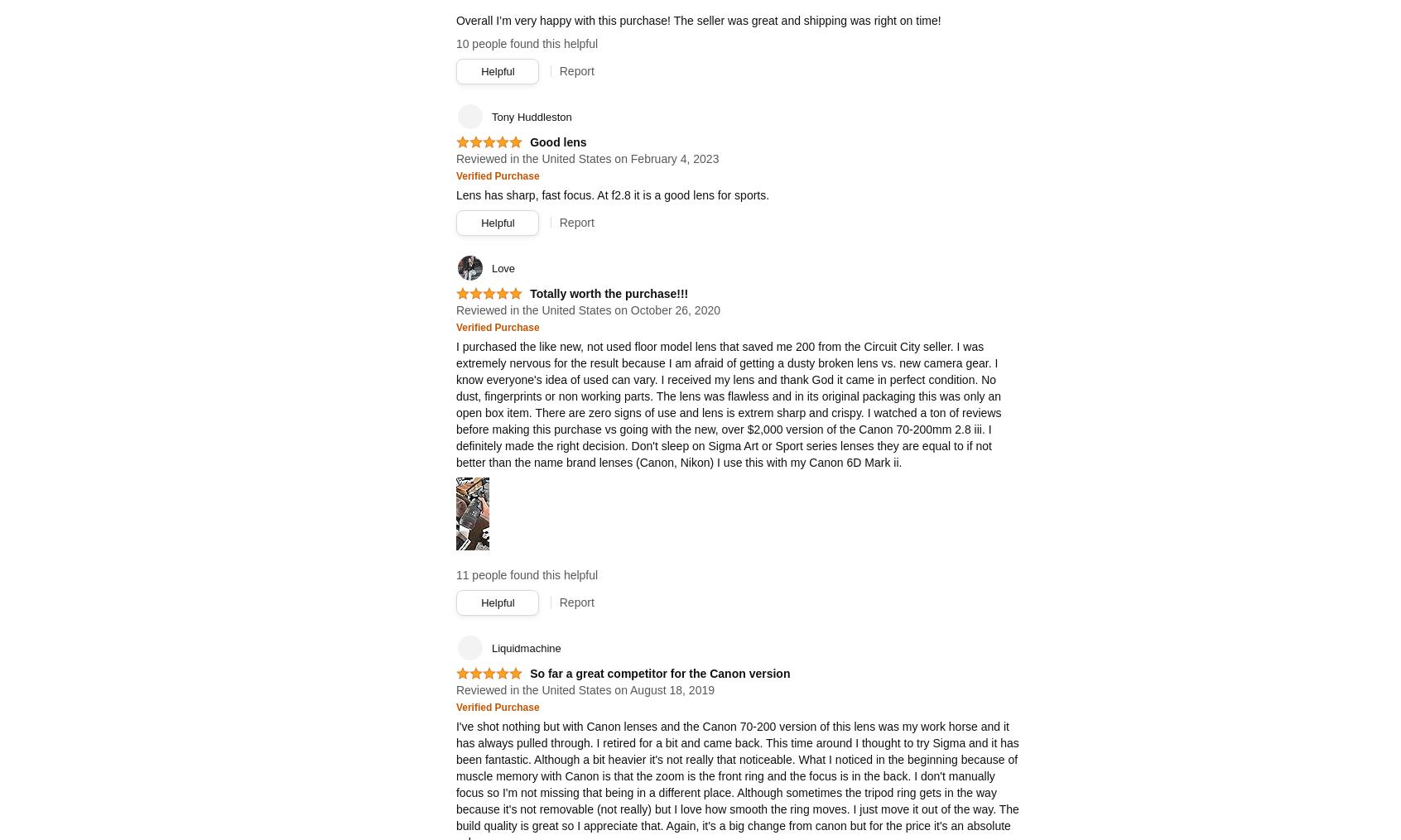 This screenshot has height=840, width=1401. I want to click on '11 people found this helpful', so click(527, 574).